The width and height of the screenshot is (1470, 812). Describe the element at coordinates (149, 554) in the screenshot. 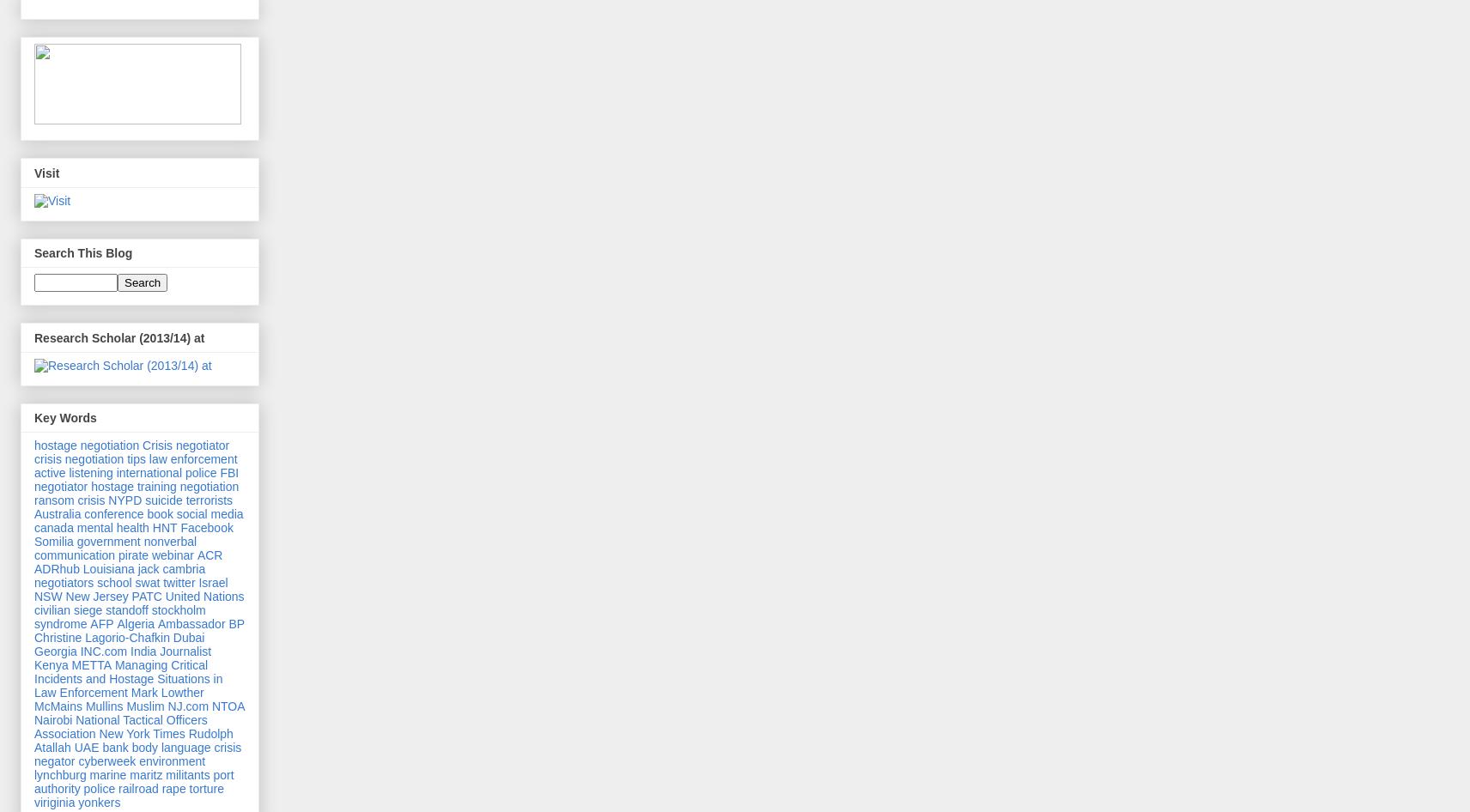

I see `'webinar'` at that location.